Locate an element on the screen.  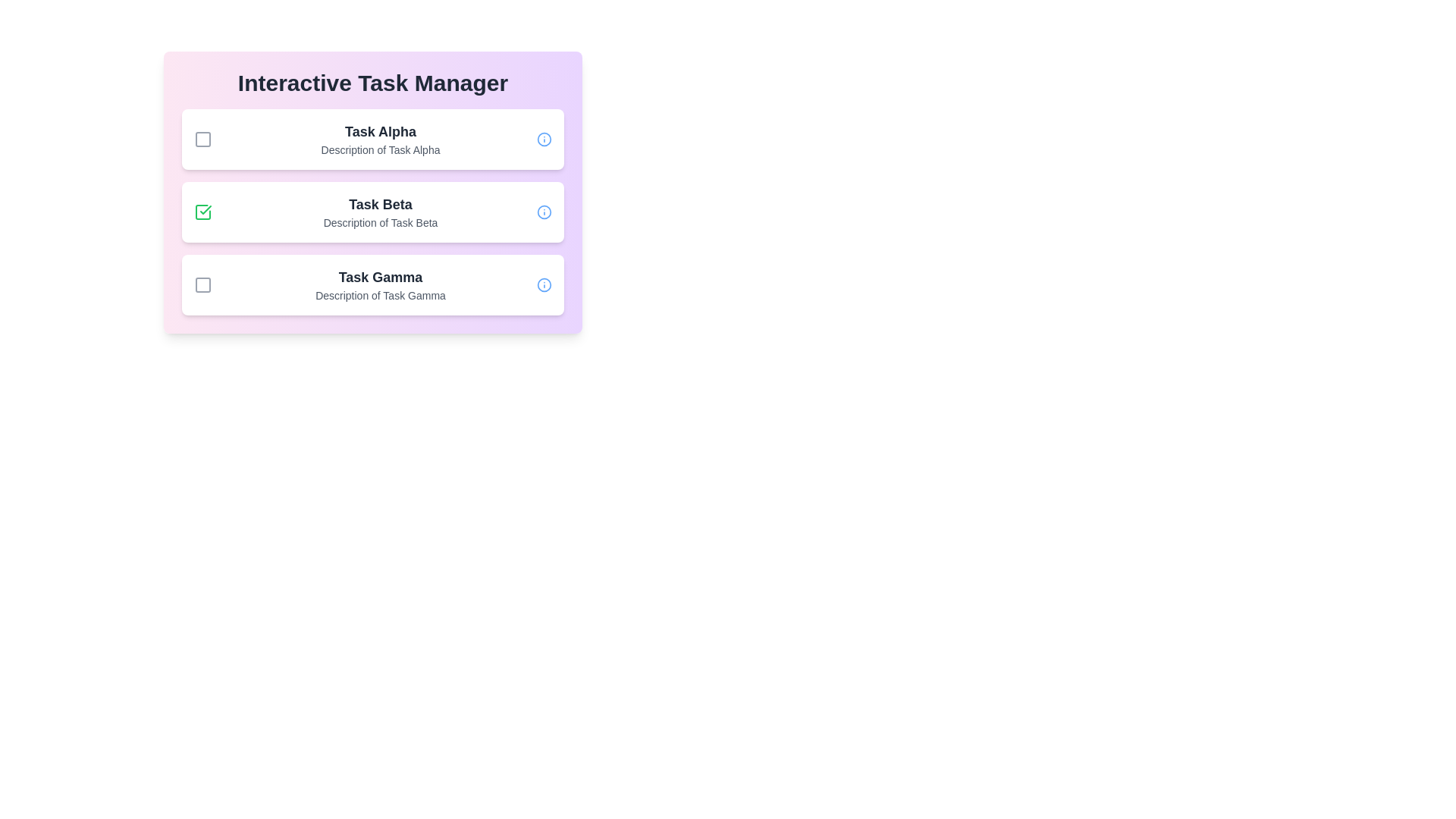
the info icon for the task identified by Task Gamma is located at coordinates (544, 284).